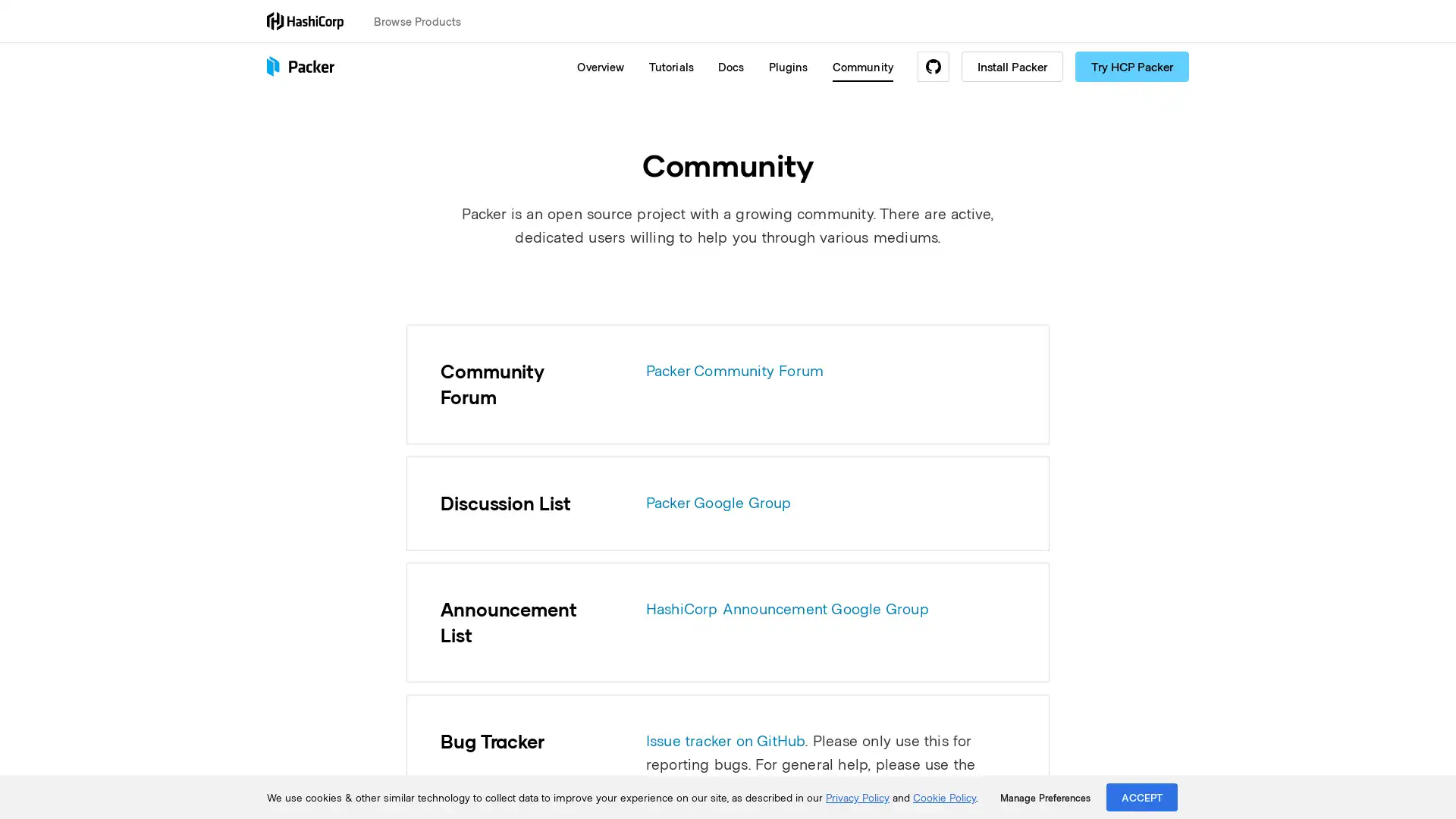 The height and width of the screenshot is (819, 1456). What do you see at coordinates (1044, 797) in the screenshot?
I see `Manage Preferences` at bounding box center [1044, 797].